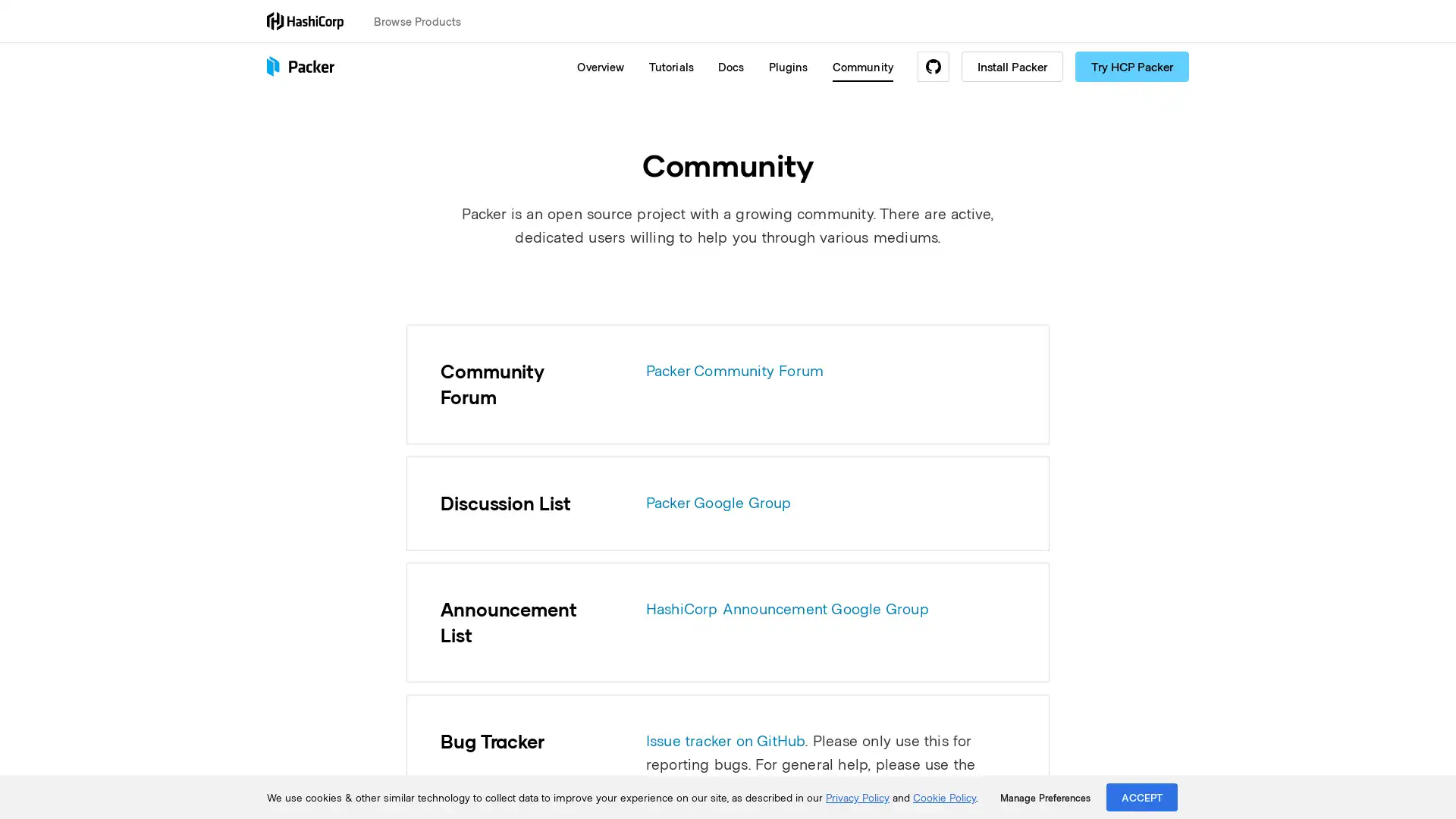 The height and width of the screenshot is (819, 1456). What do you see at coordinates (1044, 797) in the screenshot?
I see `Manage Preferences` at bounding box center [1044, 797].